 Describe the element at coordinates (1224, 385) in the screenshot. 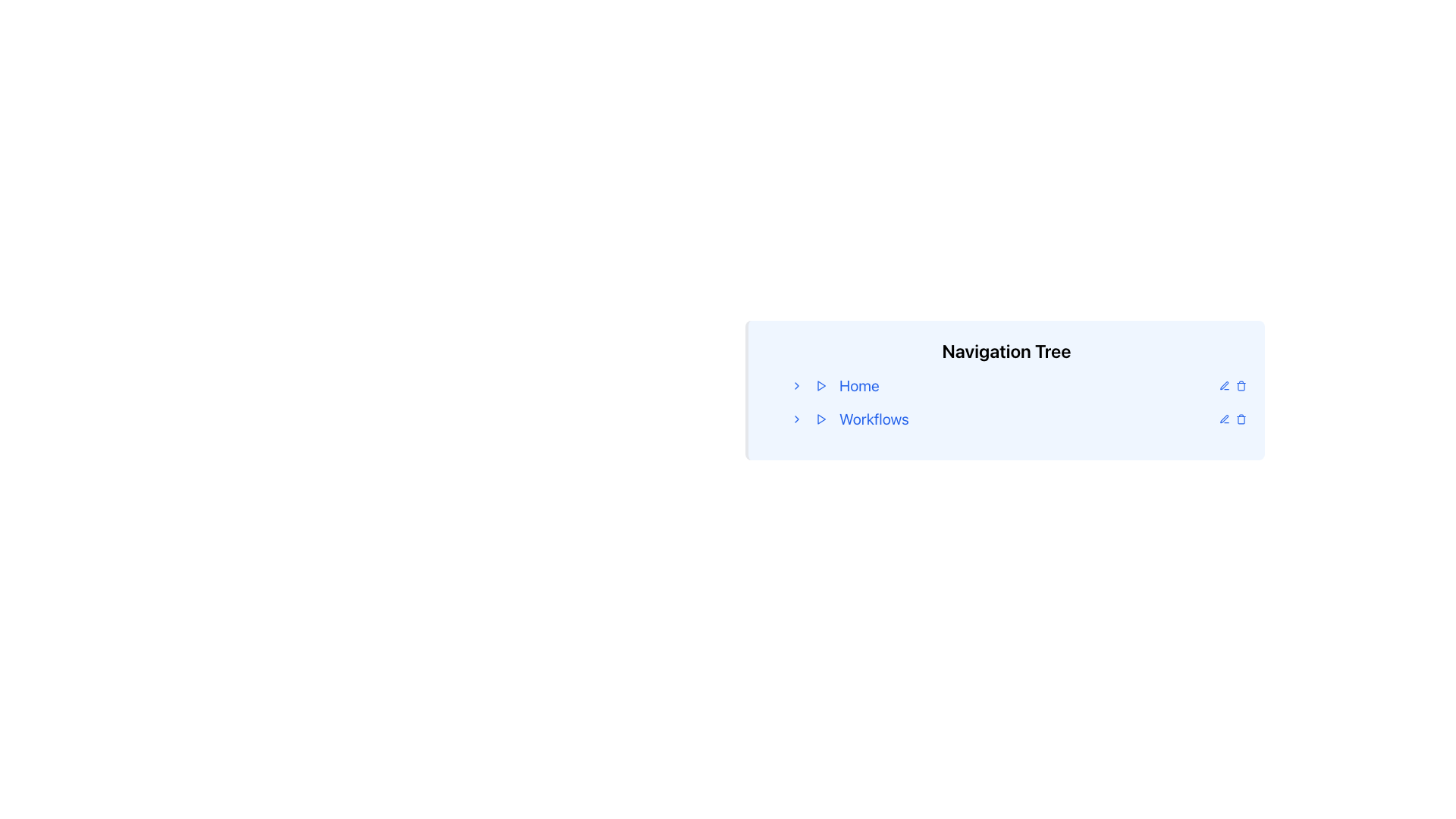

I see `the pencil icon in the middle-right area of the 'Navigation Tree' for keyboard interactions` at that location.